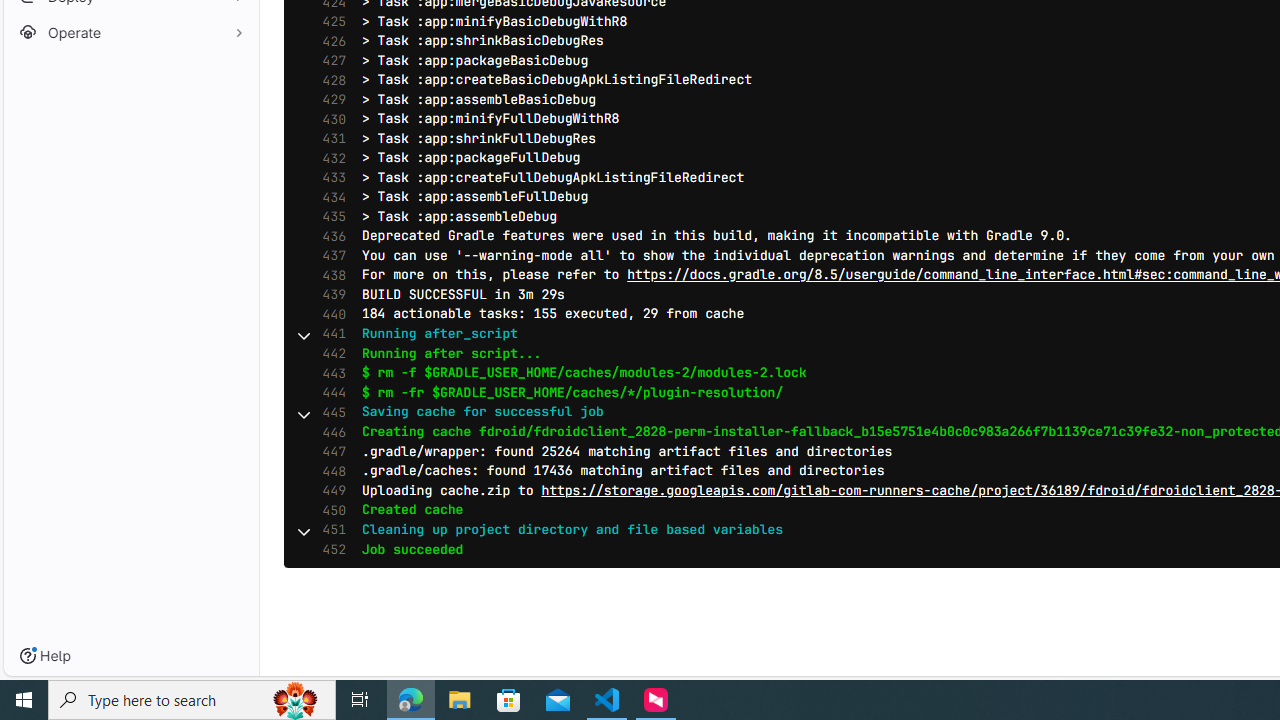  I want to click on '431', so click(329, 137).